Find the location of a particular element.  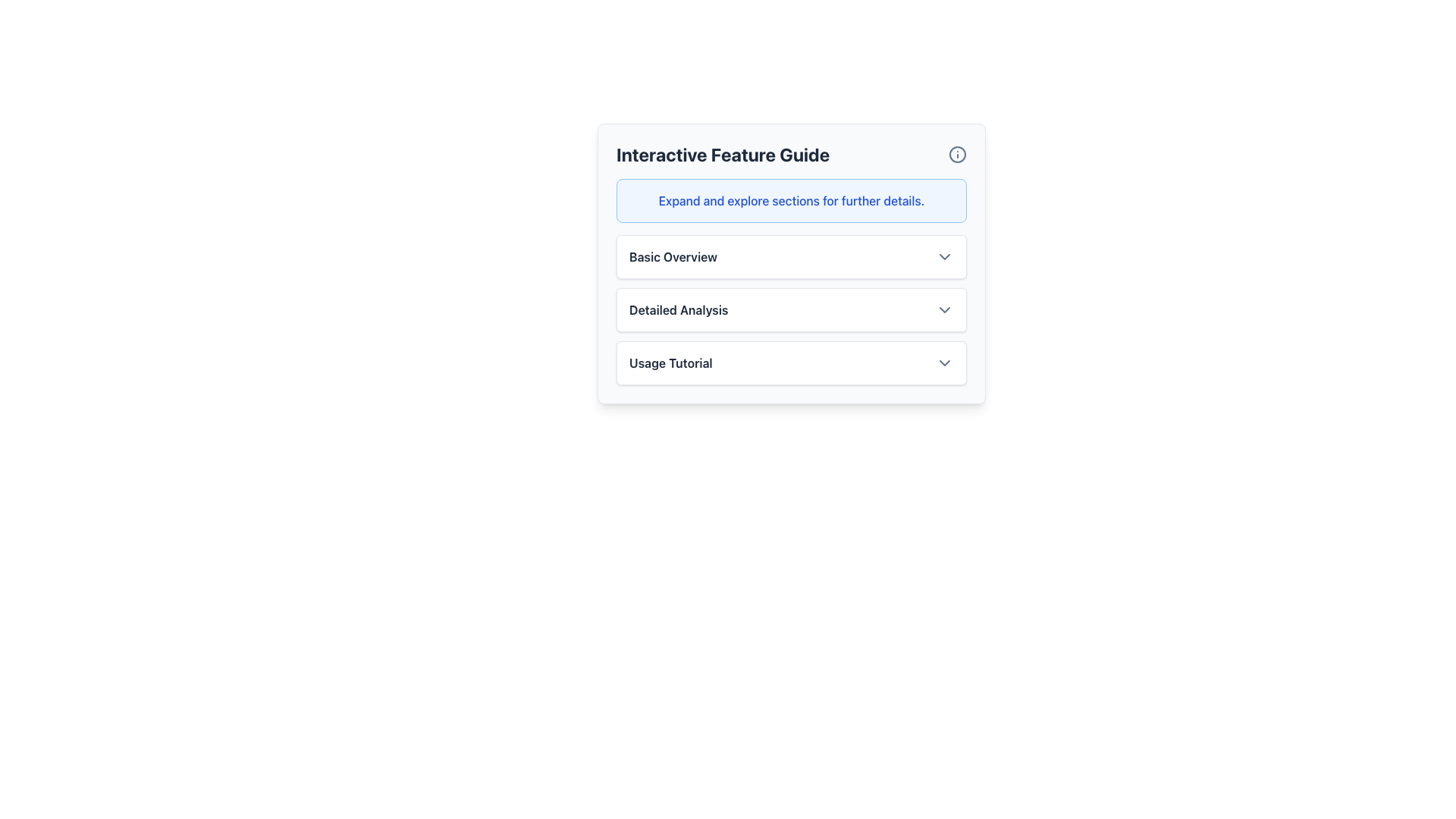

the chevron icon is located at coordinates (944, 309).